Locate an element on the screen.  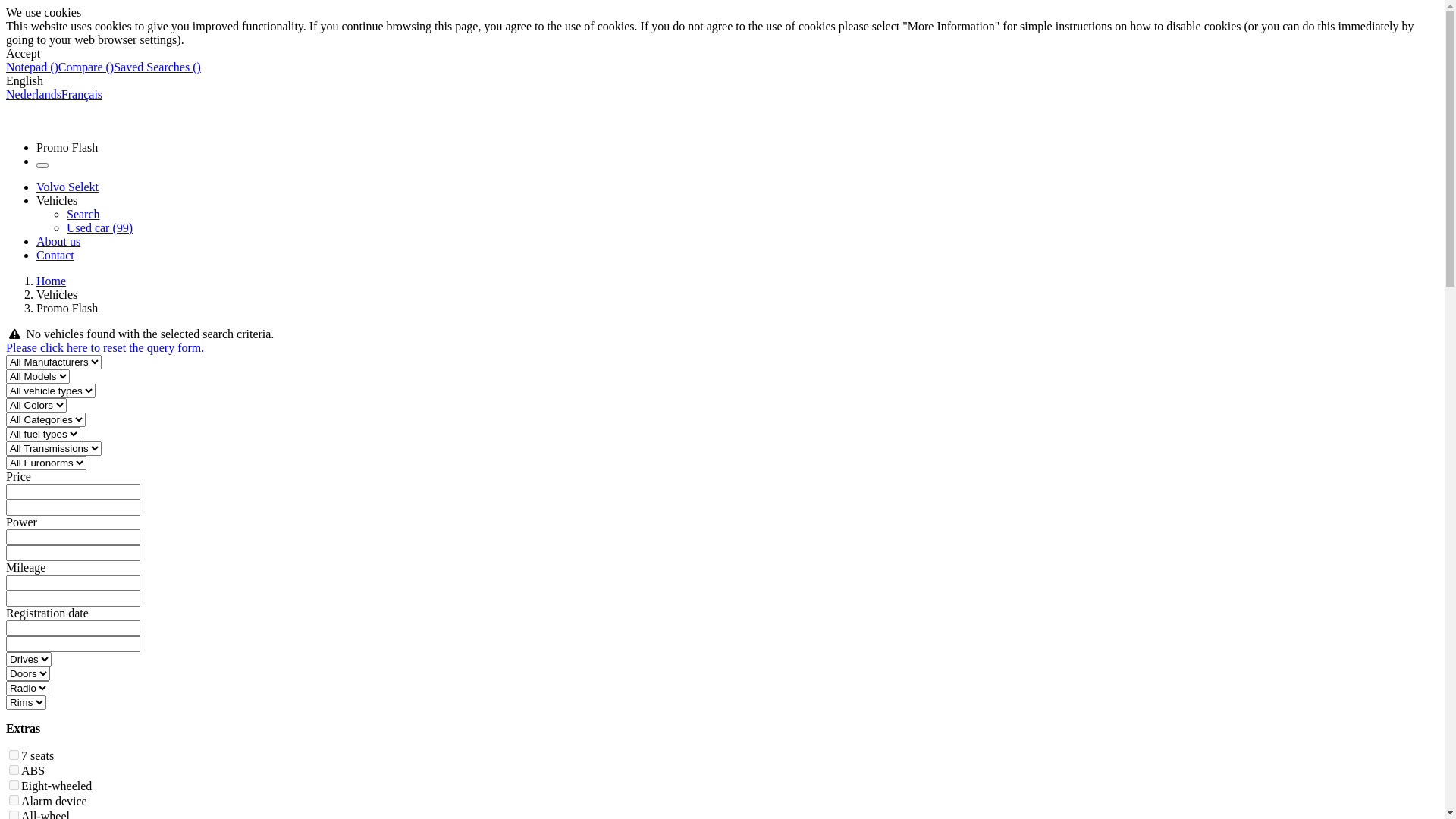
'Contact' is located at coordinates (55, 254).